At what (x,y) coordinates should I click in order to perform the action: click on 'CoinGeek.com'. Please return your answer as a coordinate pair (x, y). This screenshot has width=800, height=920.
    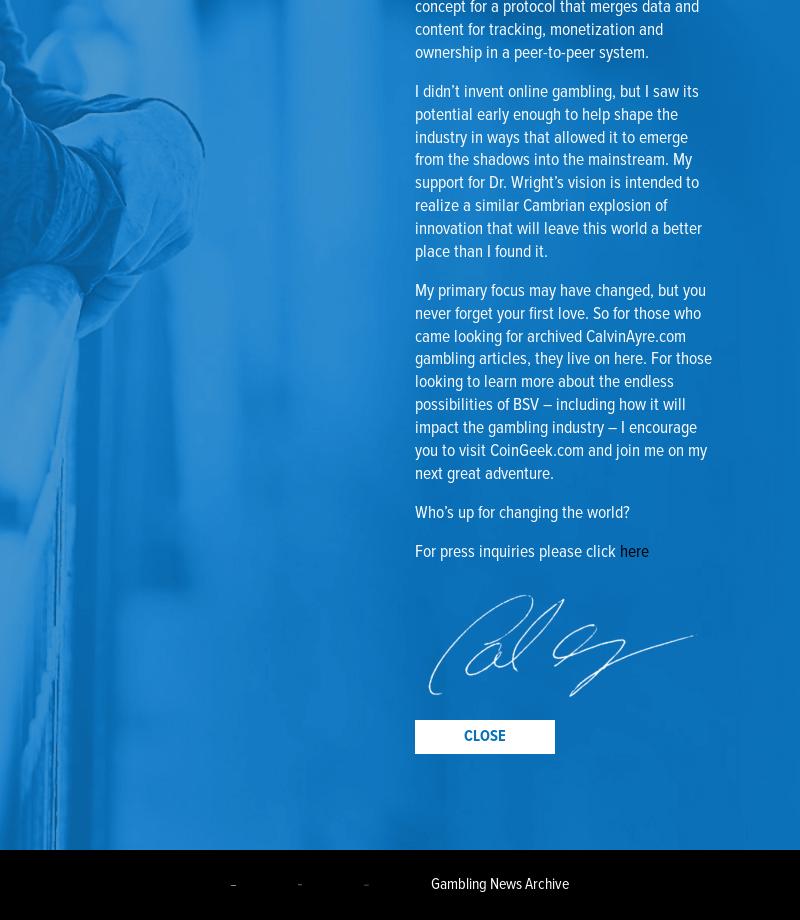
    Looking at the image, I should click on (537, 449).